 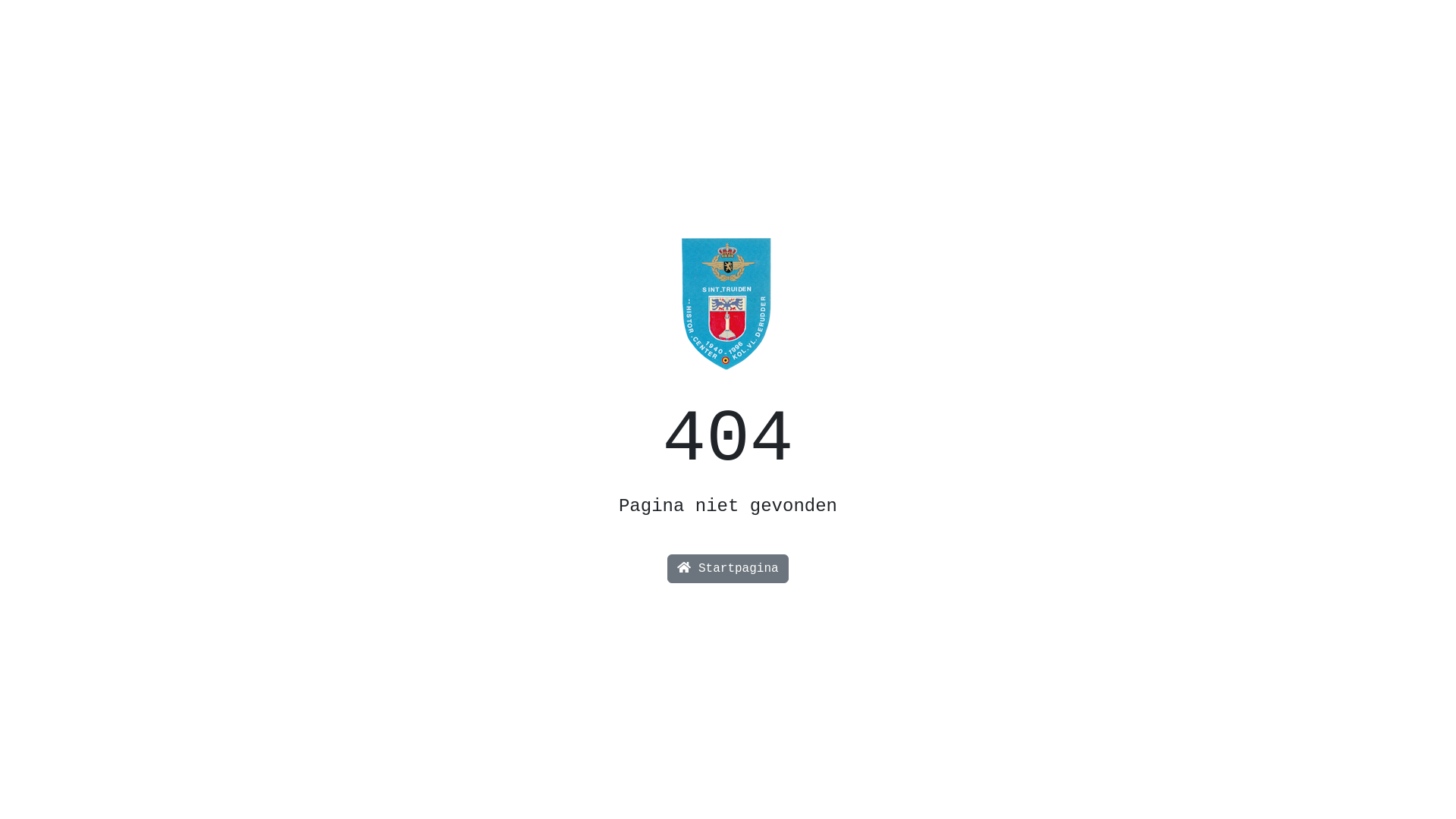 What do you see at coordinates (726, 568) in the screenshot?
I see `'Startpagina'` at bounding box center [726, 568].